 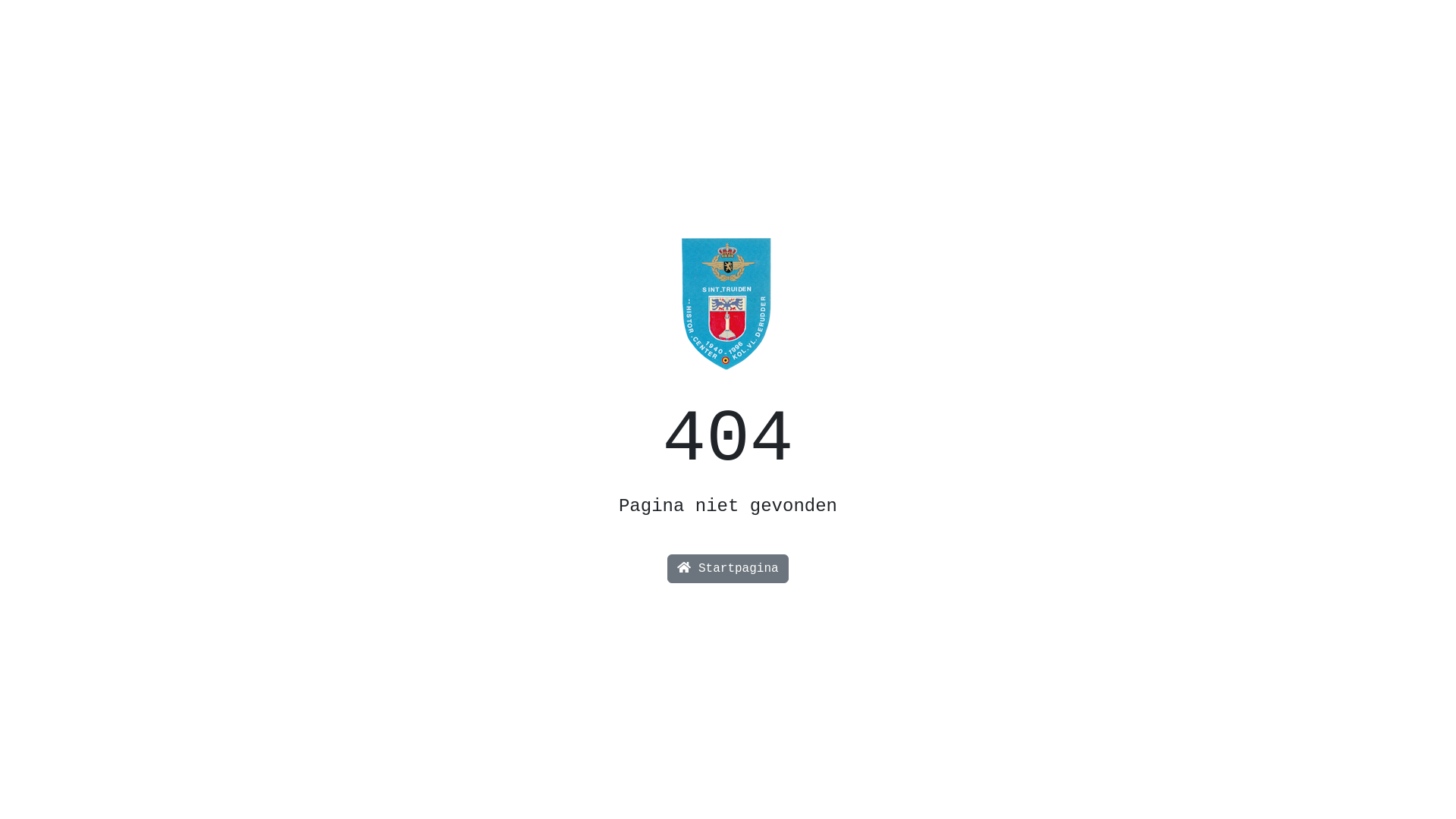 What do you see at coordinates (726, 568) in the screenshot?
I see `'Startpagina'` at bounding box center [726, 568].